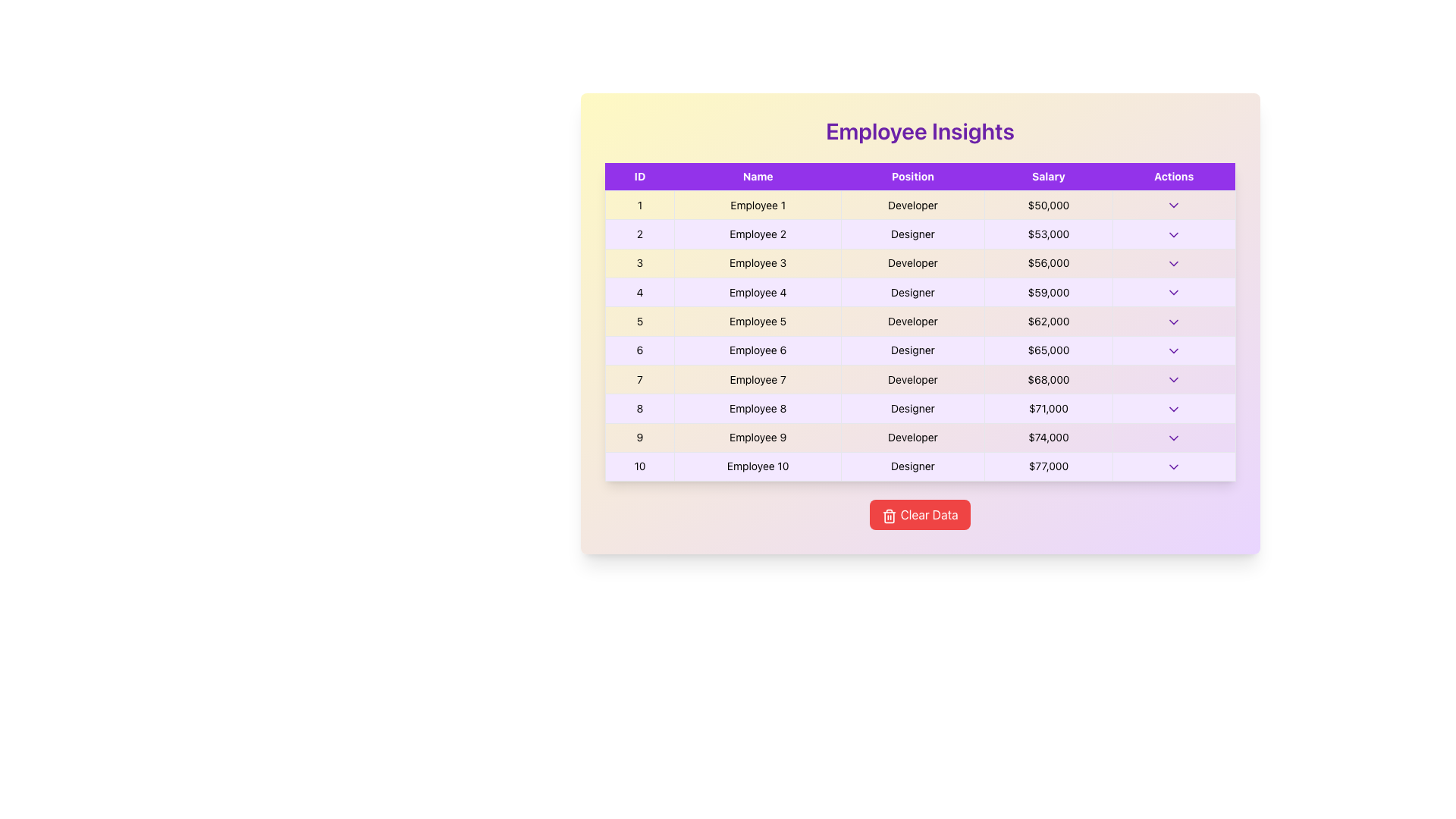 The width and height of the screenshot is (1456, 819). Describe the element at coordinates (640, 438) in the screenshot. I see `the table cell containing the text '9' located in the 9th row under the 'ID' column to interact with it` at that location.